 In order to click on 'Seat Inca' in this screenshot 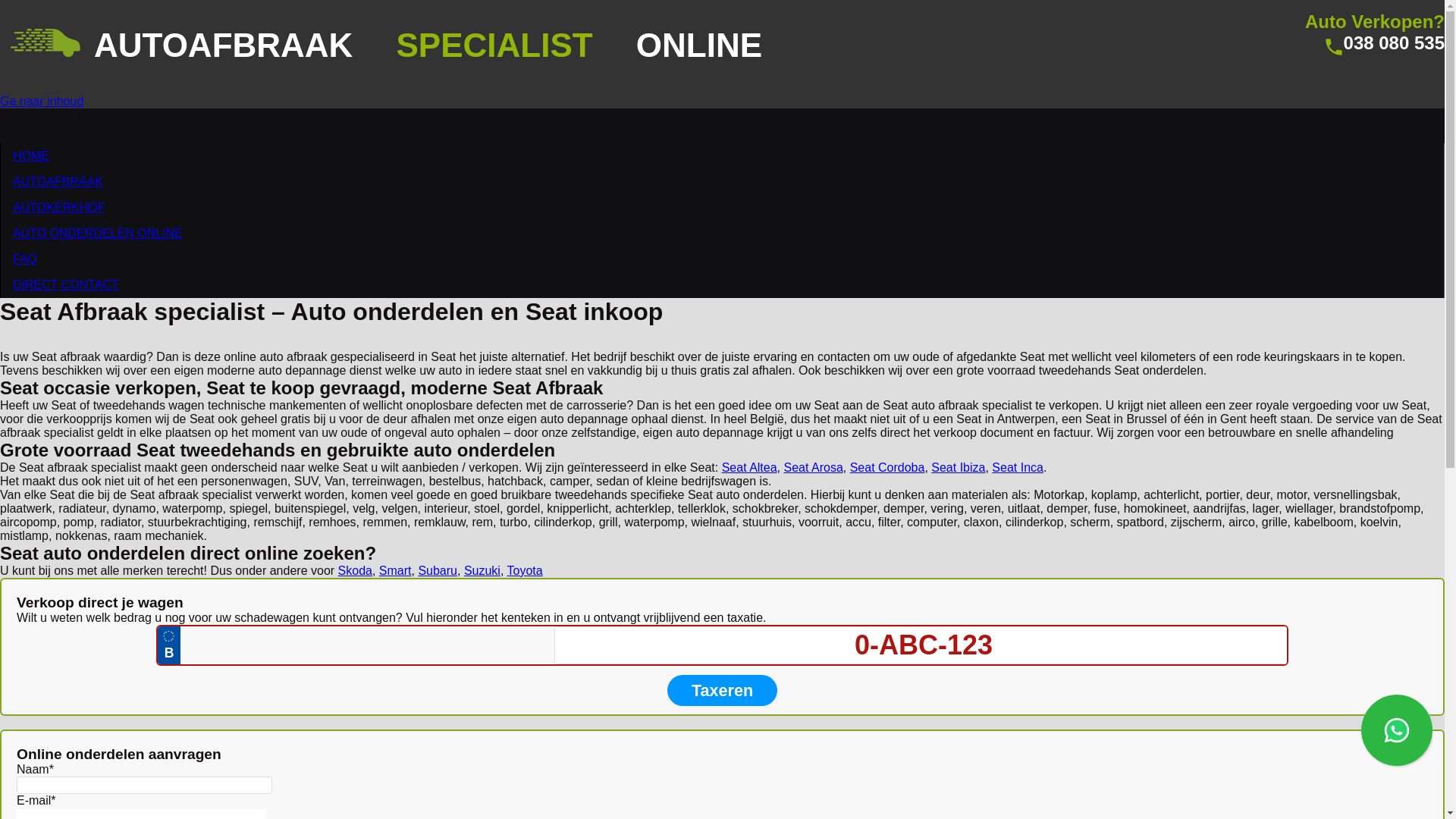, I will do `click(1018, 466)`.